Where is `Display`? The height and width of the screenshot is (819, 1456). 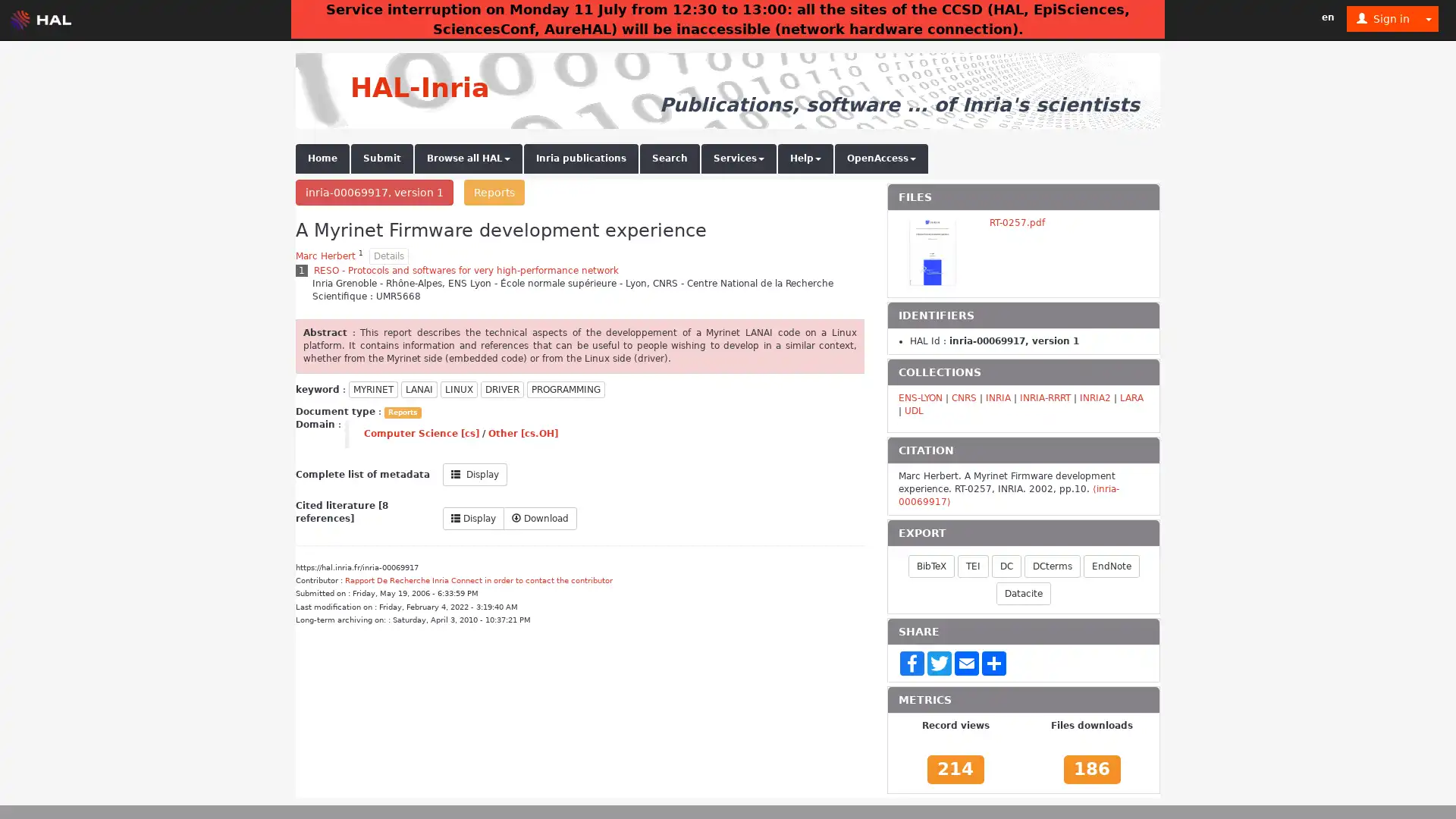
Display is located at coordinates (474, 473).